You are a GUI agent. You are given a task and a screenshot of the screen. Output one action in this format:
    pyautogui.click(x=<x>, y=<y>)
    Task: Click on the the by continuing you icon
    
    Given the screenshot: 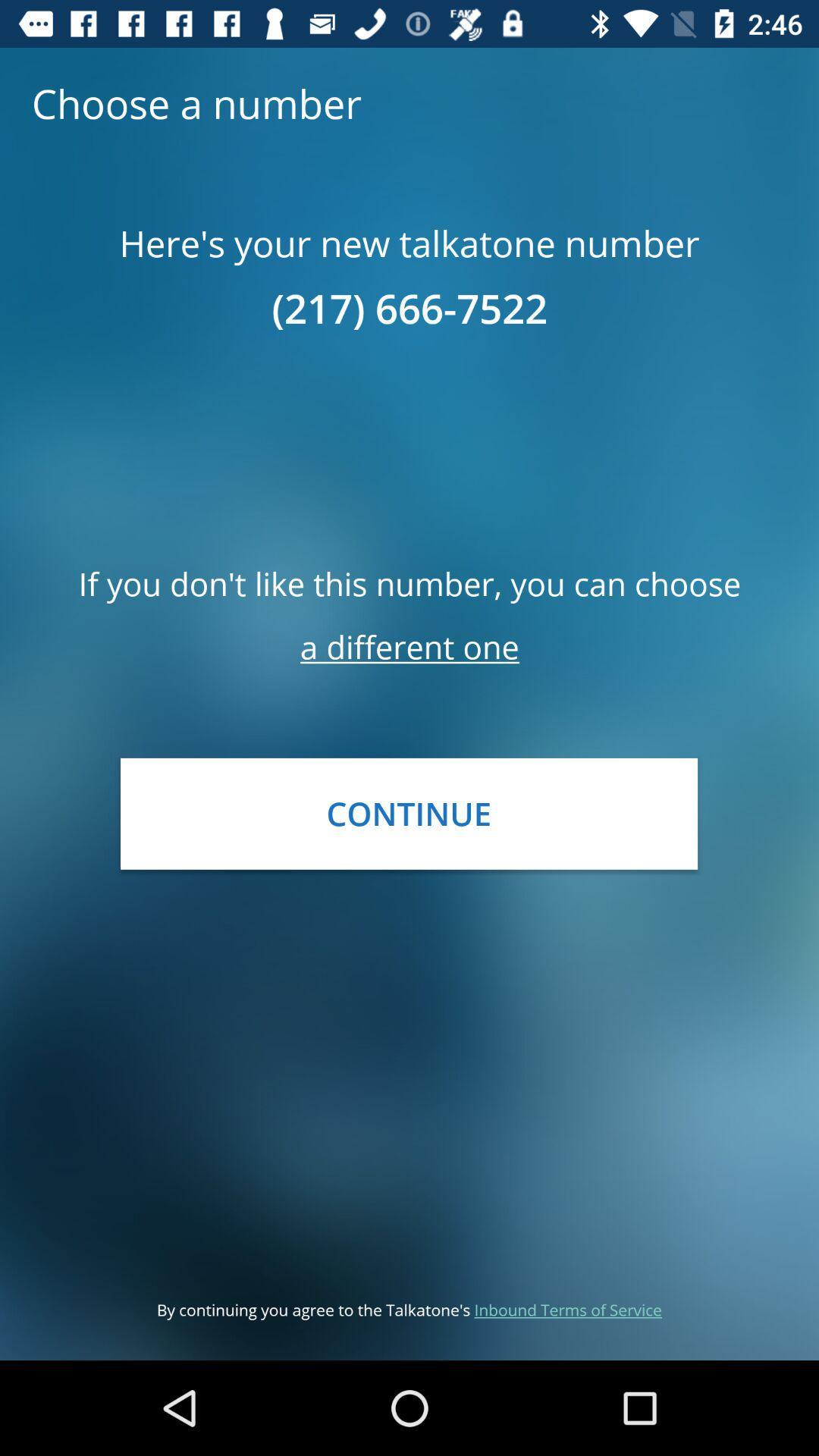 What is the action you would take?
    pyautogui.click(x=409, y=1309)
    